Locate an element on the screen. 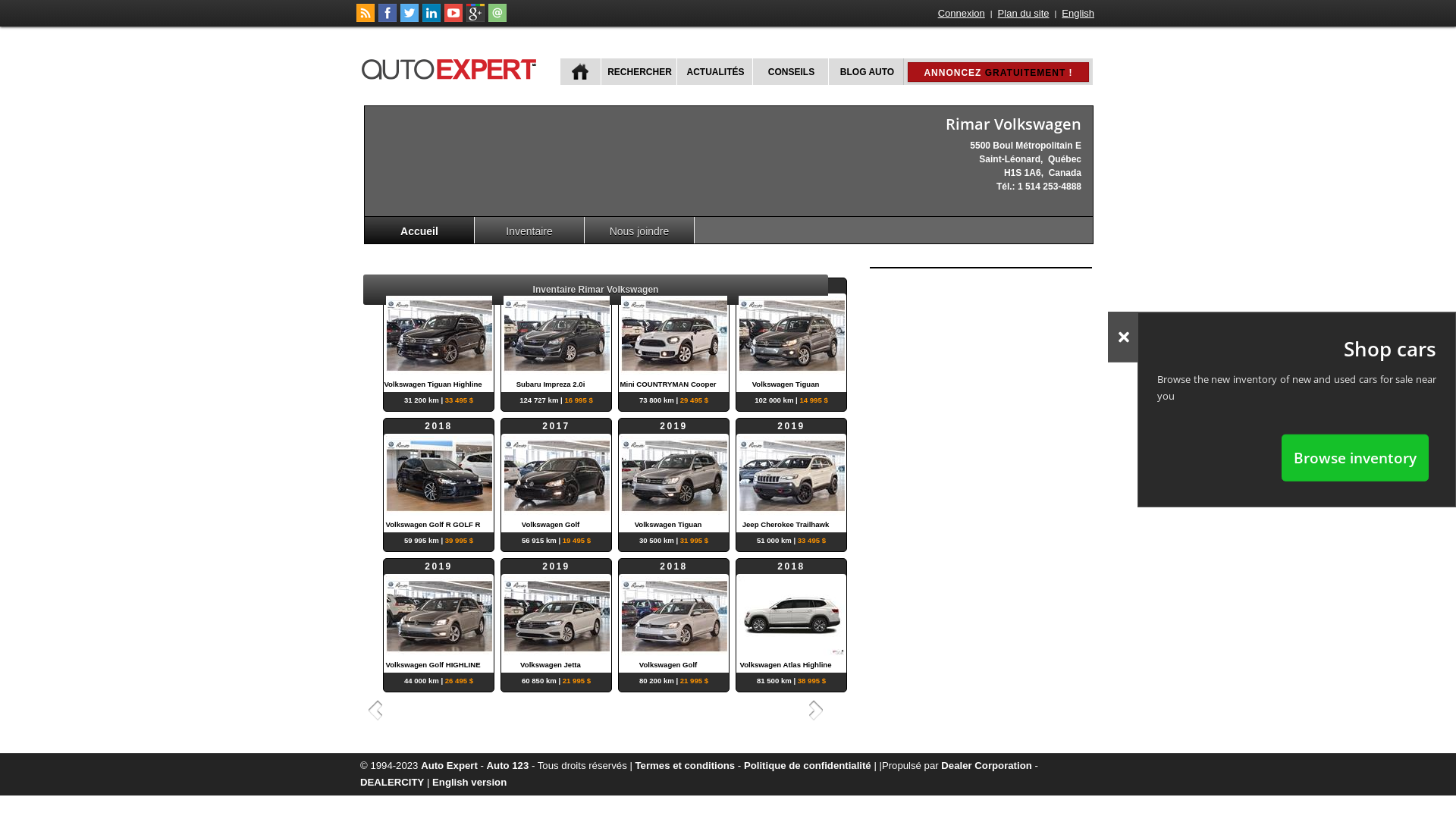 This screenshot has height=819, width=1456. 'Suivez autoExpert.ca sur Youtube' is located at coordinates (453, 18).